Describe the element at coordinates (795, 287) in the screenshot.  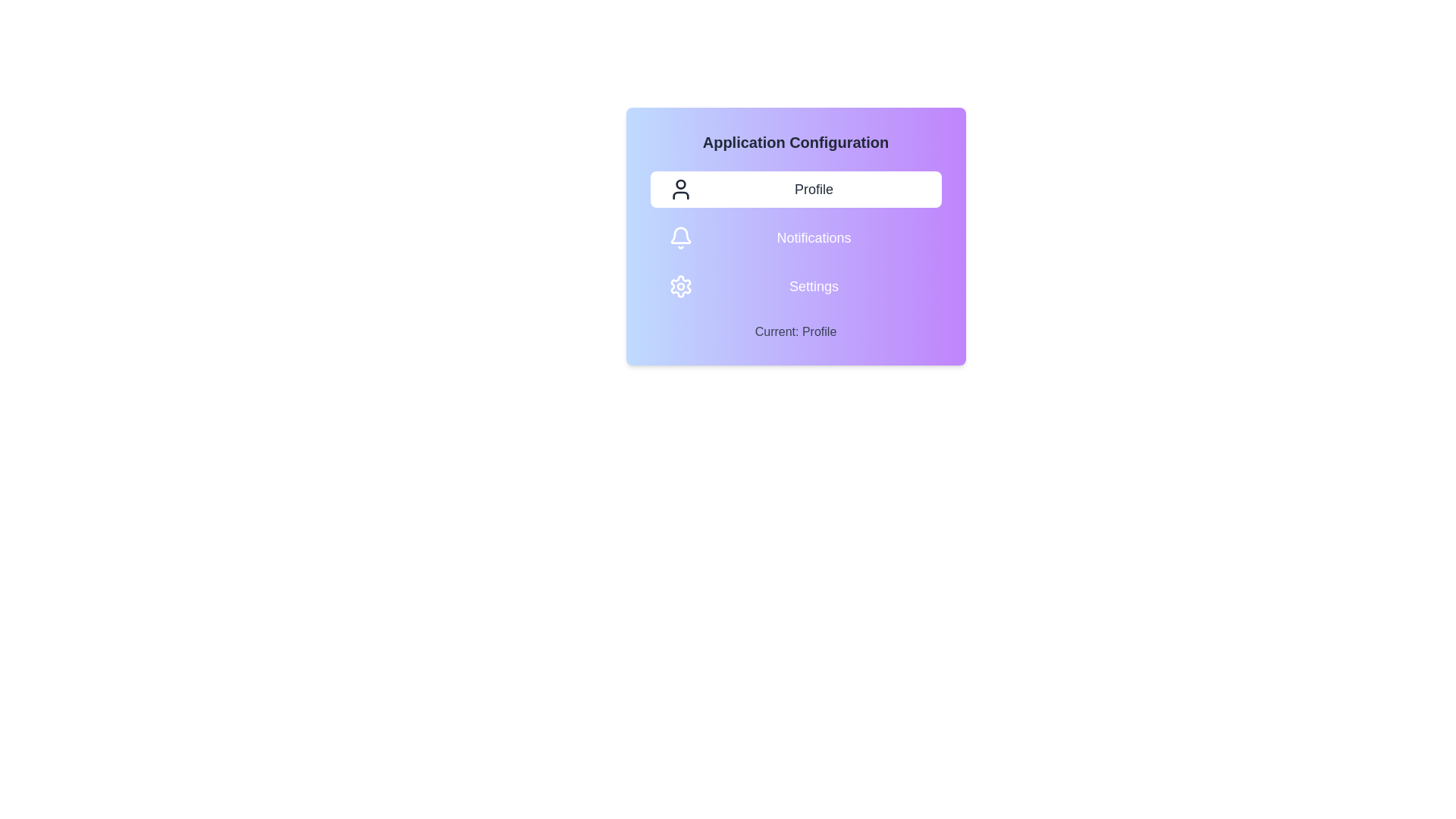
I see `the toggle option Settings` at that location.